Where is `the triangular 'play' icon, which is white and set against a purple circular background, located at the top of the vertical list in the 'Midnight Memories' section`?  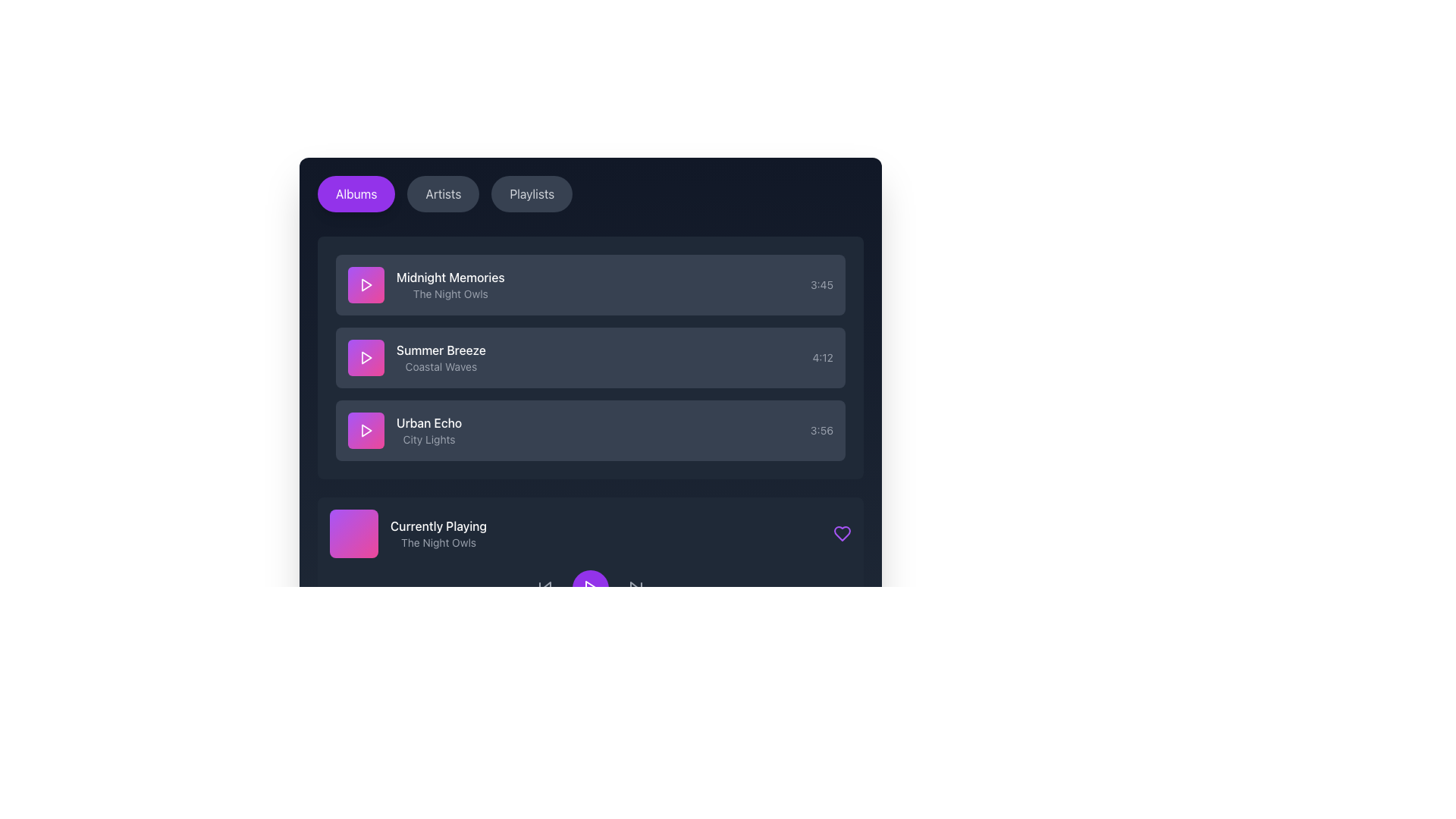 the triangular 'play' icon, which is white and set against a purple circular background, located at the top of the vertical list in the 'Midnight Memories' section is located at coordinates (366, 284).